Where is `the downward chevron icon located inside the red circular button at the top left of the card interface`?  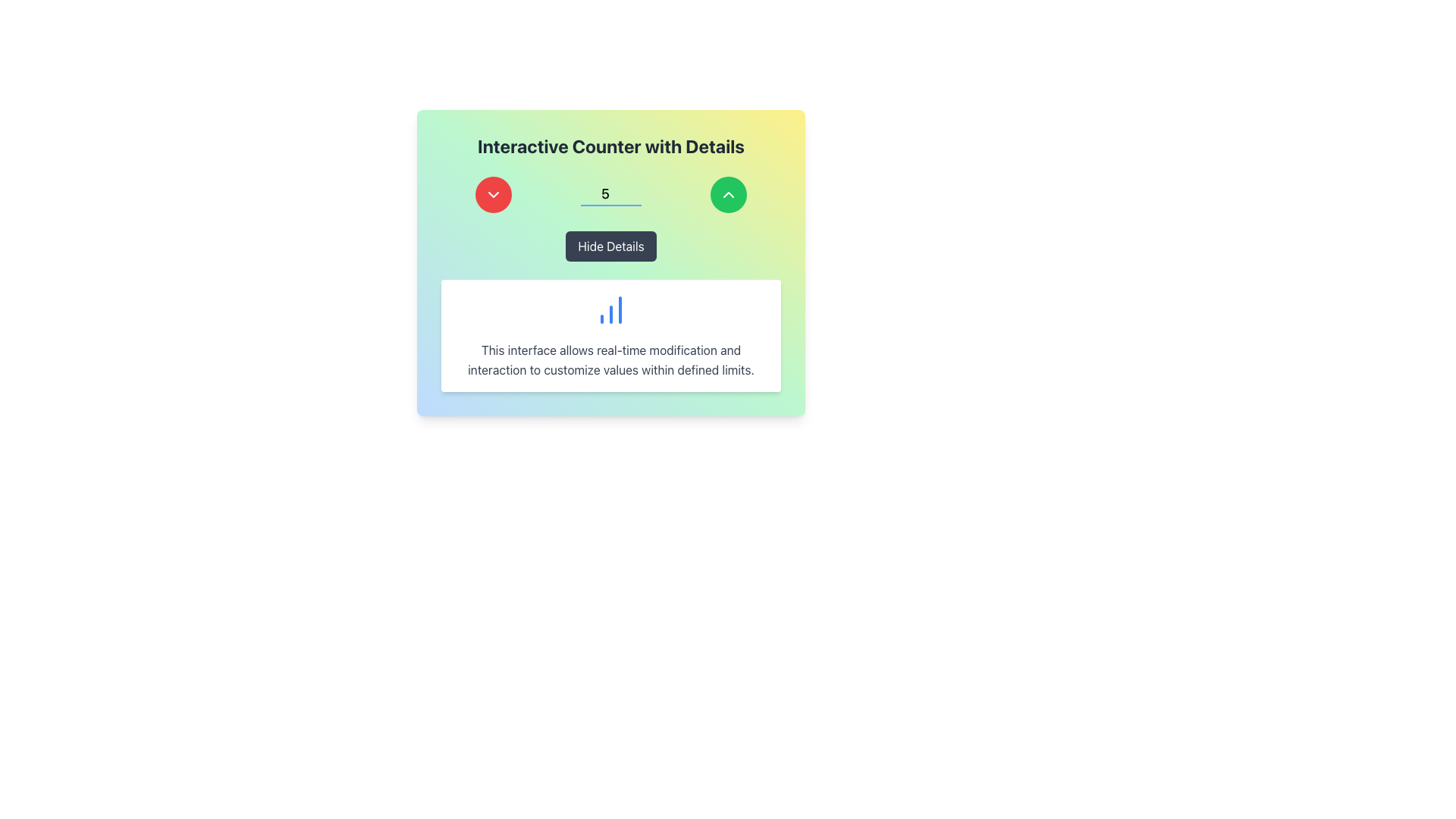
the downward chevron icon located inside the red circular button at the top left of the card interface is located at coordinates (494, 194).